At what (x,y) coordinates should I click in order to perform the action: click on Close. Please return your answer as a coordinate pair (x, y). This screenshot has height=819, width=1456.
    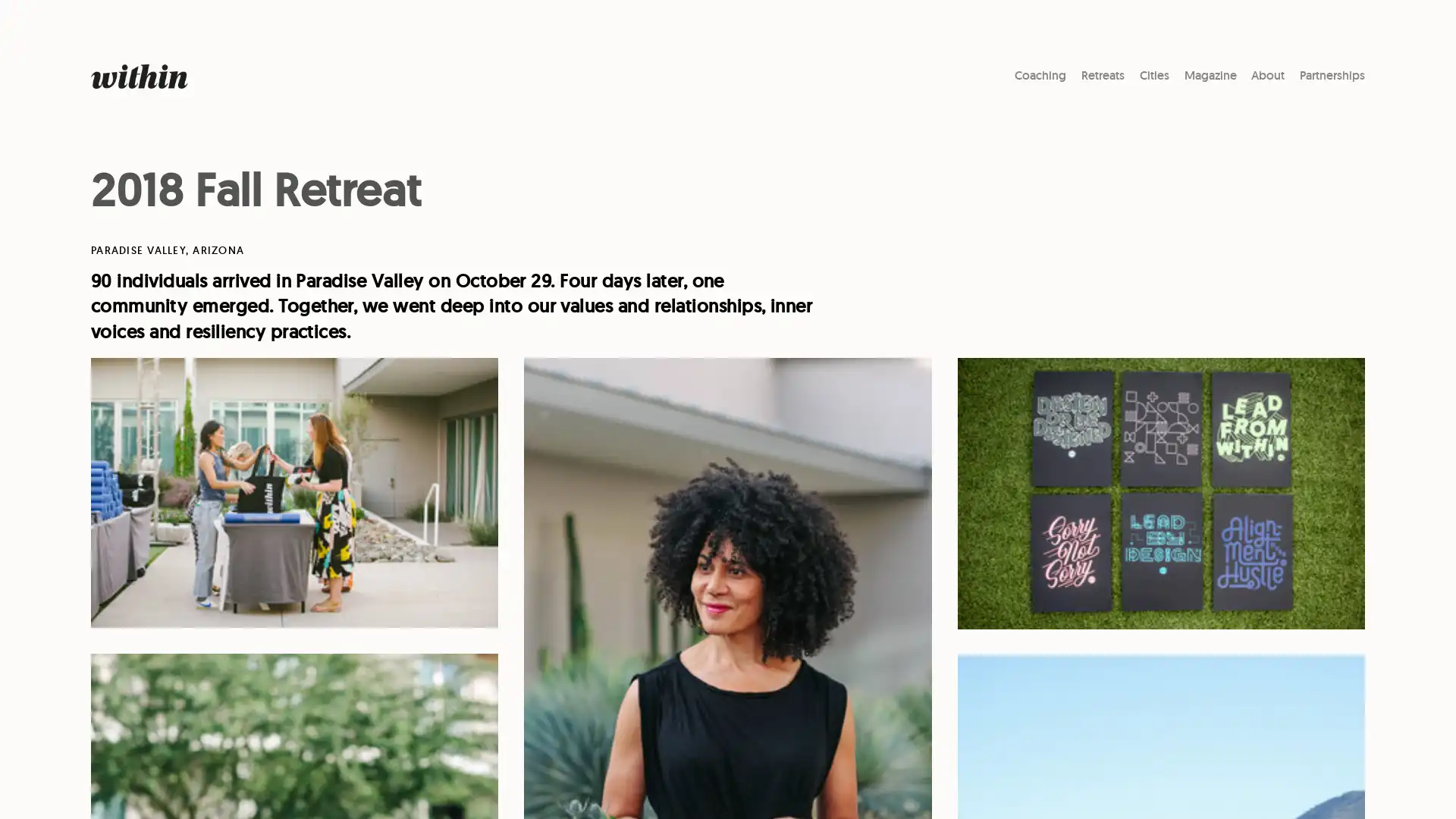
    Looking at the image, I should click on (943, 297).